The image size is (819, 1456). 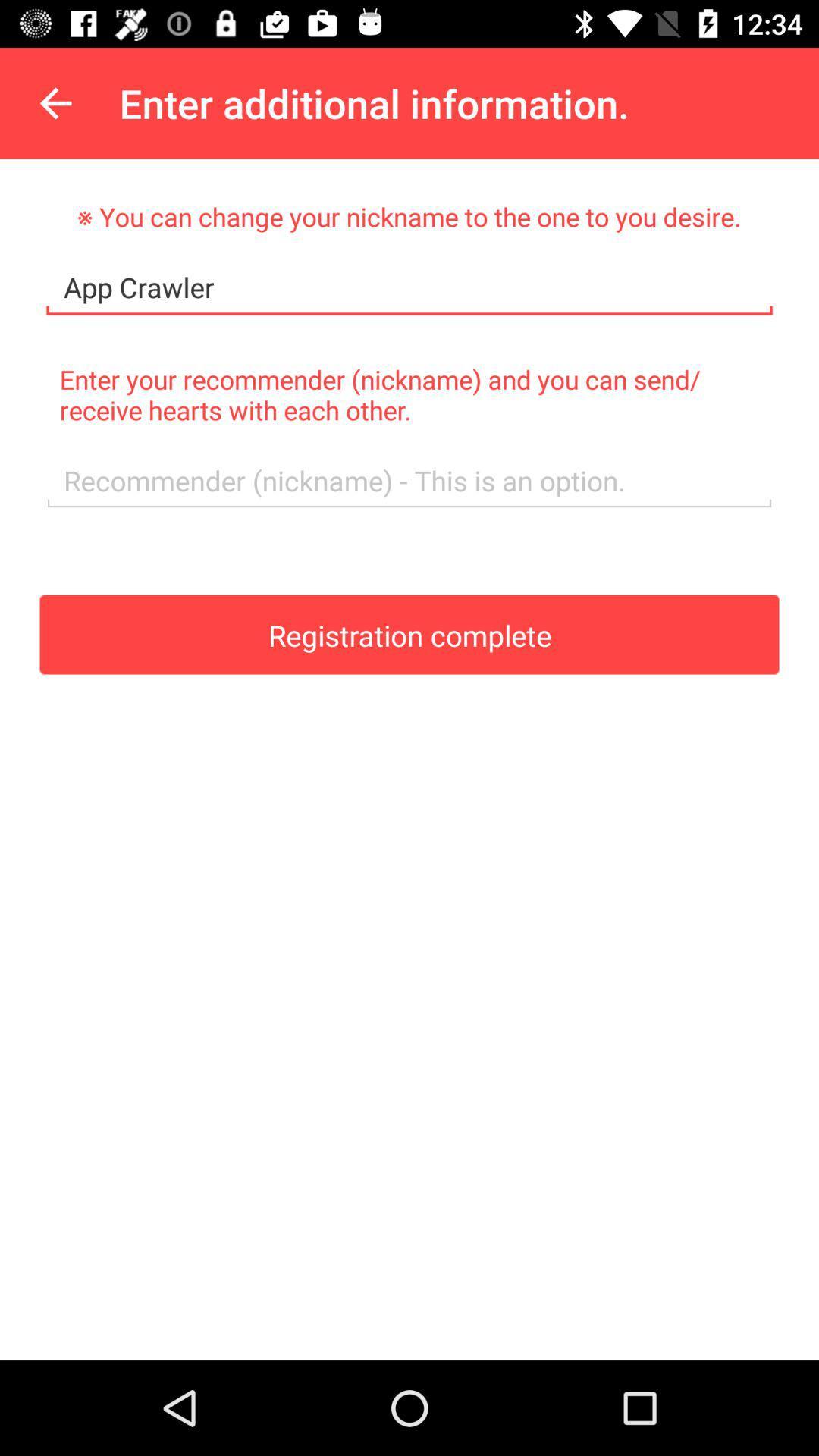 What do you see at coordinates (55, 102) in the screenshot?
I see `icon next to the enter additional information. icon` at bounding box center [55, 102].